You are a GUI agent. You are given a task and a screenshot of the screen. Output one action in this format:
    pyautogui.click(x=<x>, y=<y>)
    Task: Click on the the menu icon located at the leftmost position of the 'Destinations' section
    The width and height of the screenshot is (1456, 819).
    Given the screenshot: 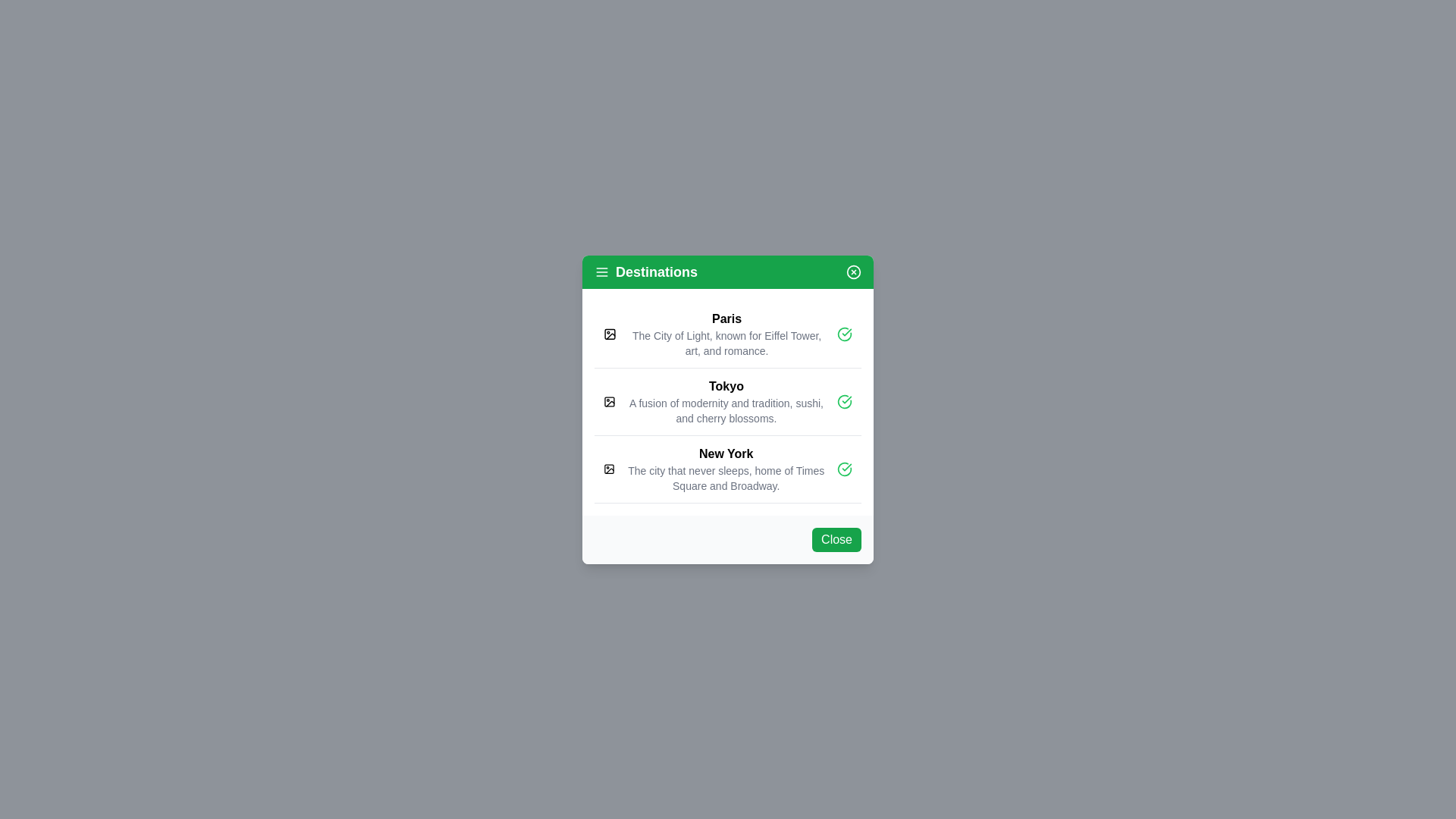 What is the action you would take?
    pyautogui.click(x=601, y=271)
    